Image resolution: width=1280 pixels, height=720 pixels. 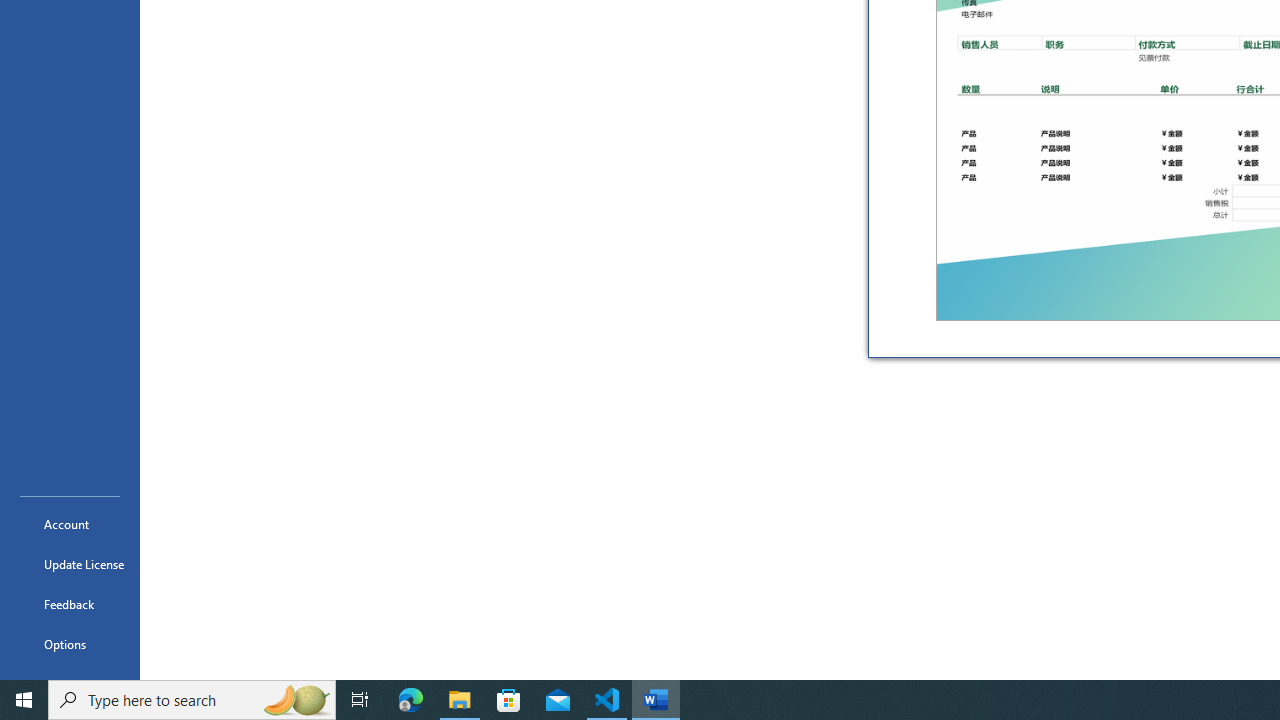 What do you see at coordinates (656, 698) in the screenshot?
I see `'Word - 1 running window'` at bounding box center [656, 698].